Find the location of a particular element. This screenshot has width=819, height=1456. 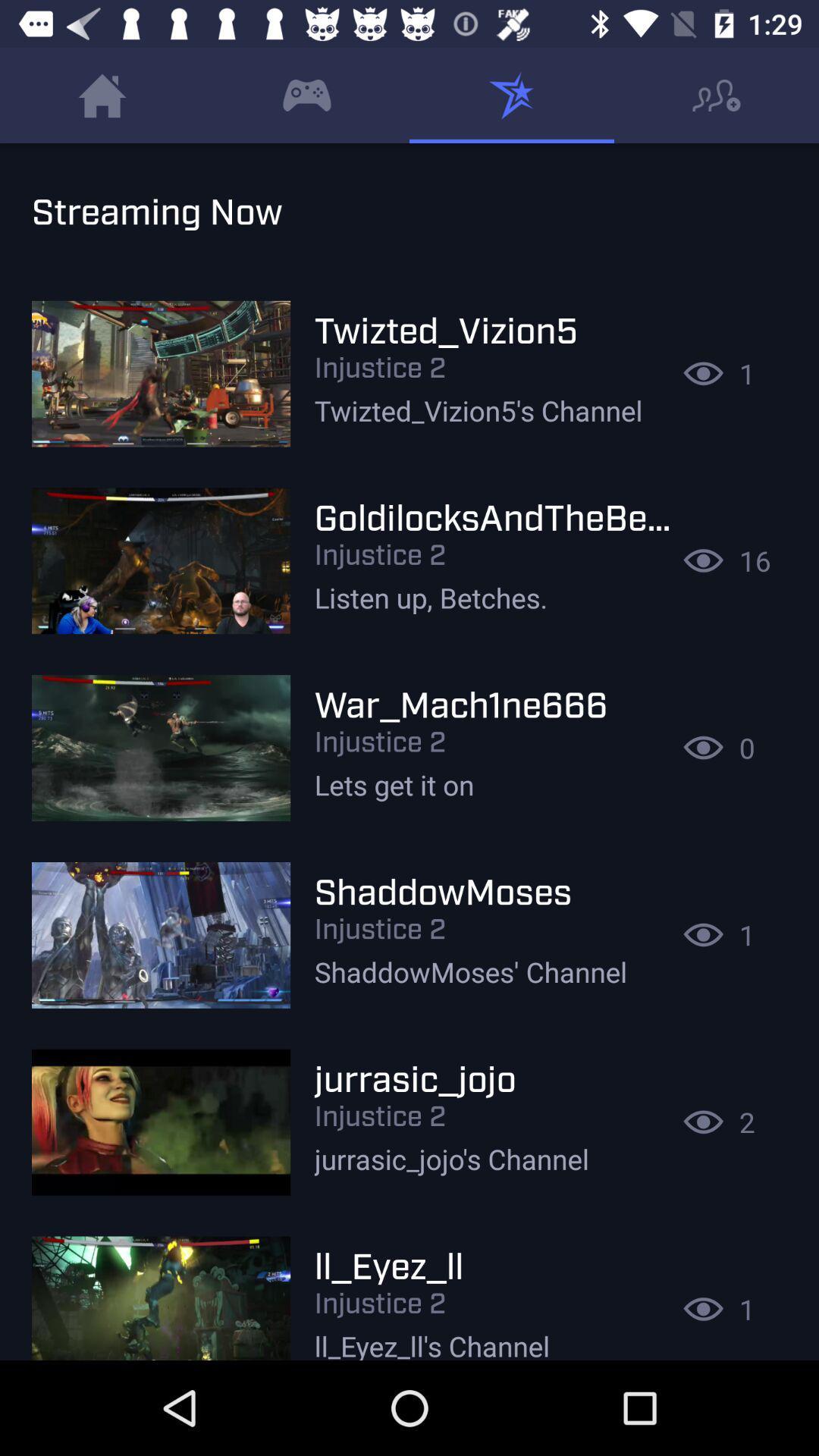

the option next to the home icon is located at coordinates (307, 95).